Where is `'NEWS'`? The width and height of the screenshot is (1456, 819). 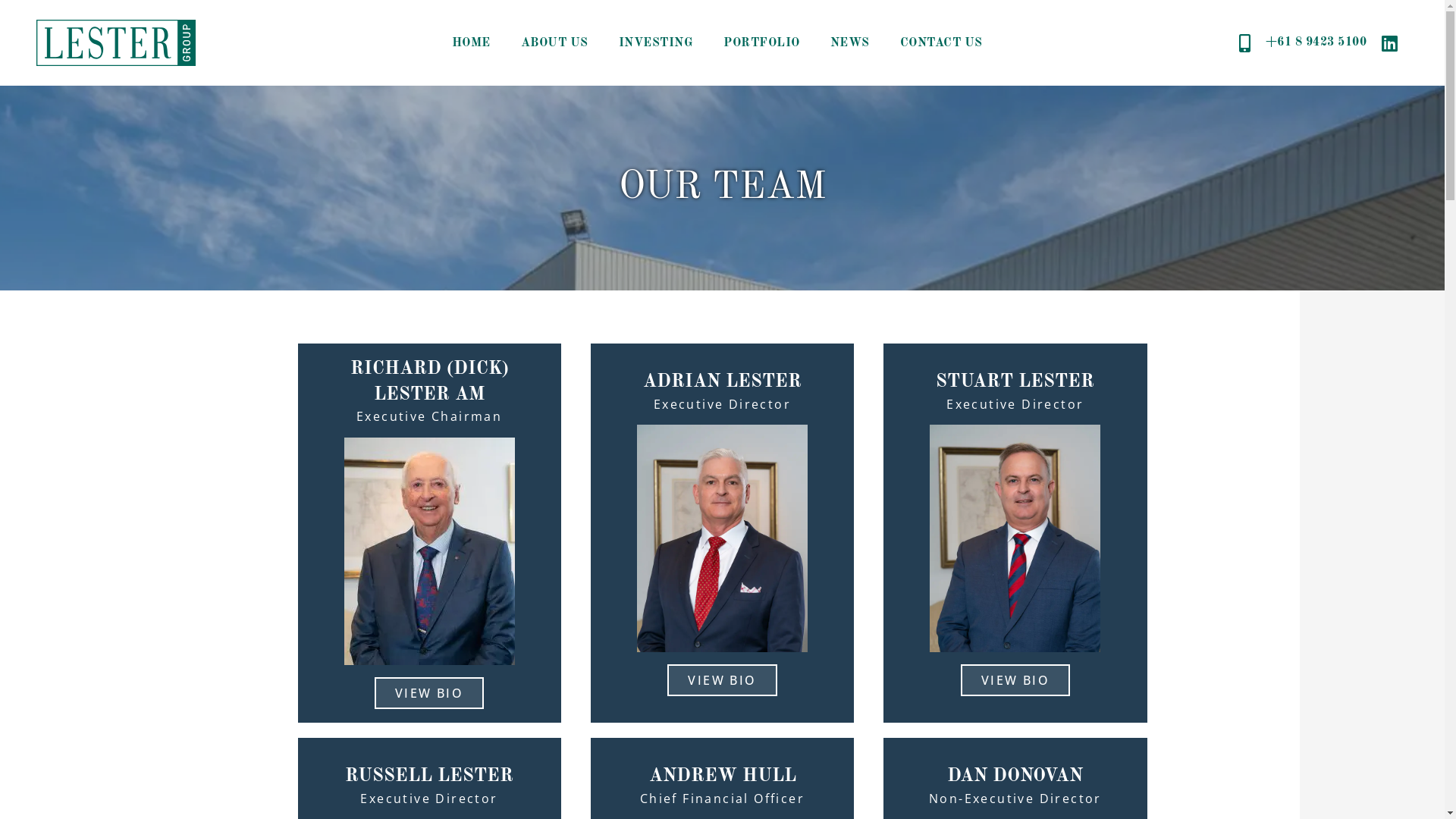
'NEWS' is located at coordinates (850, 42).